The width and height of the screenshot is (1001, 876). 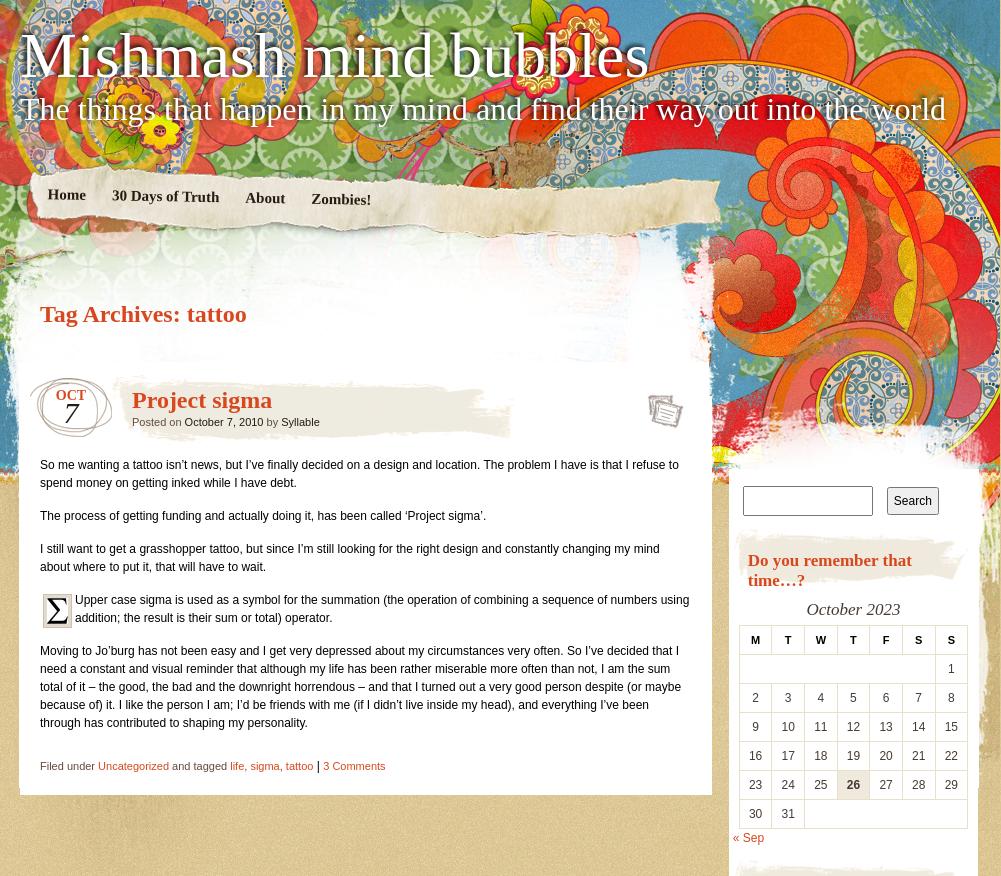 What do you see at coordinates (317, 765) in the screenshot?
I see `'|'` at bounding box center [317, 765].